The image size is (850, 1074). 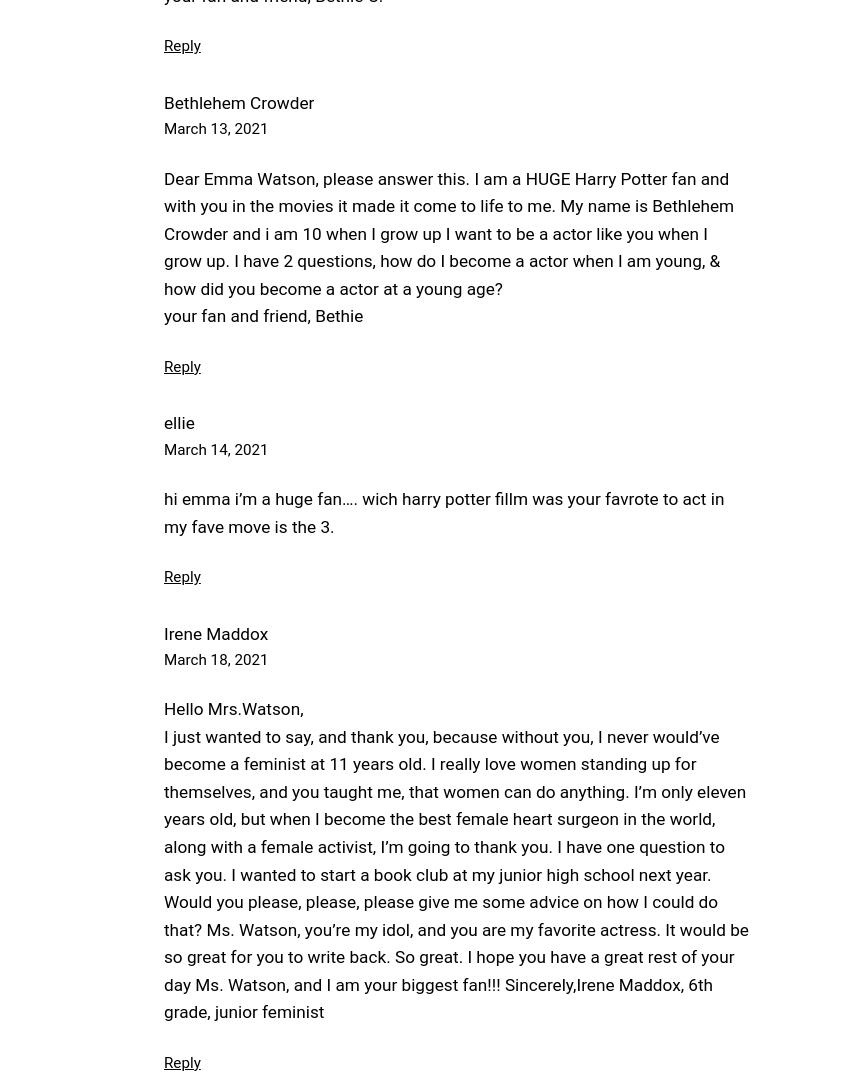 What do you see at coordinates (262, 315) in the screenshot?
I see `'your fan and friend, Bethie'` at bounding box center [262, 315].